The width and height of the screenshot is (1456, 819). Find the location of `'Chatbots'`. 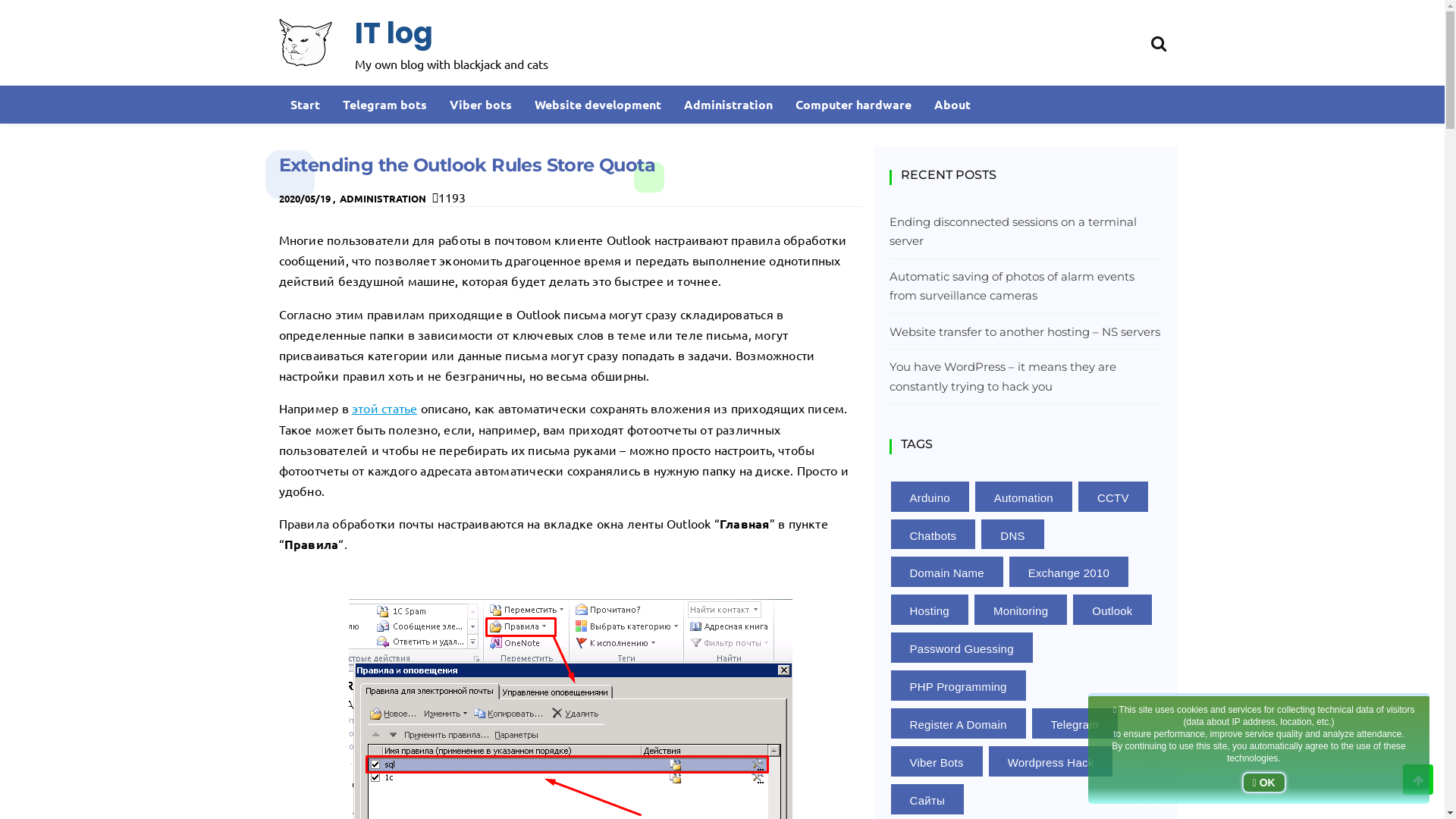

'Chatbots' is located at coordinates (890, 534).